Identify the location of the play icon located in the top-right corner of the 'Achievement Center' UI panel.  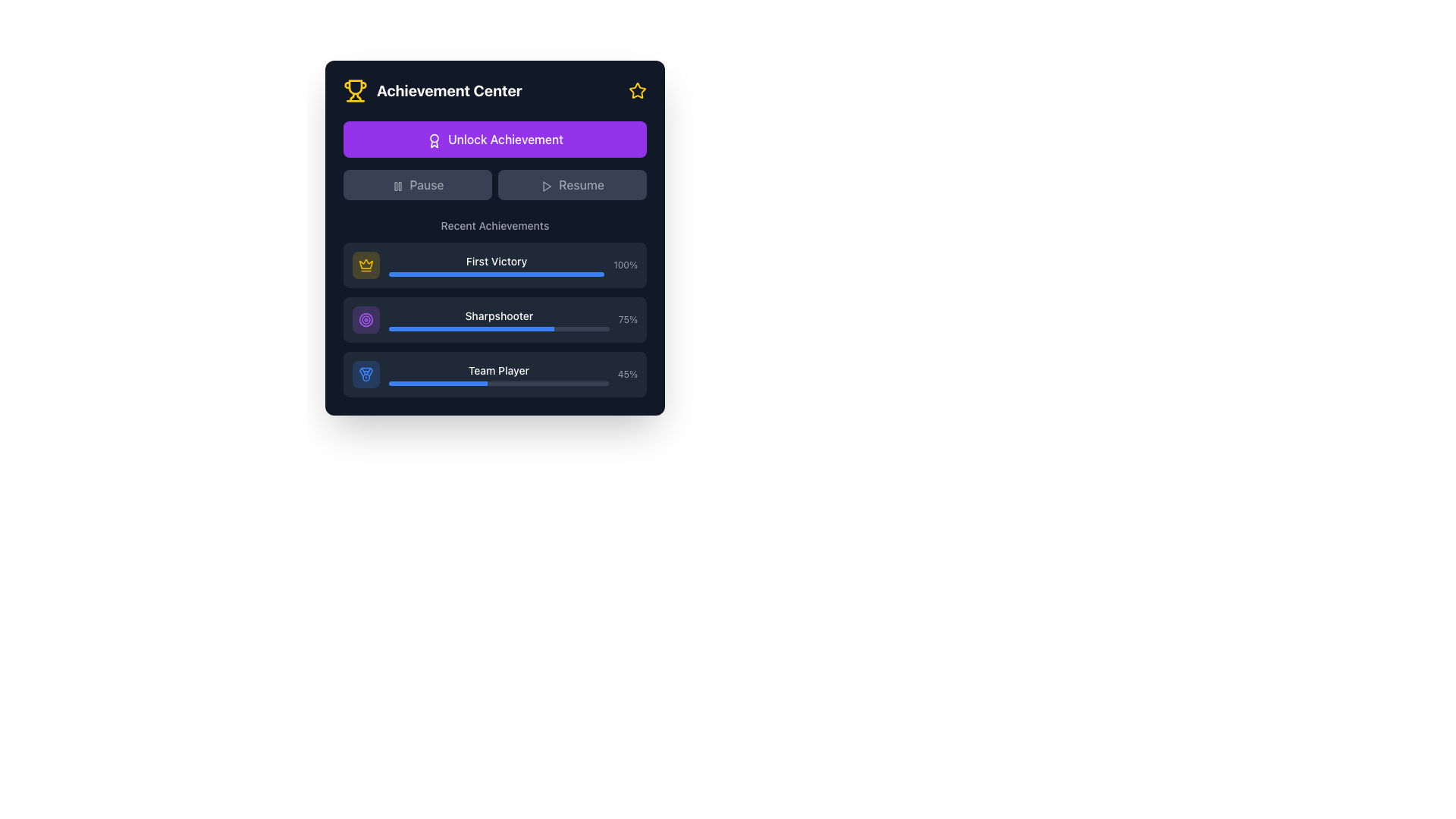
(546, 185).